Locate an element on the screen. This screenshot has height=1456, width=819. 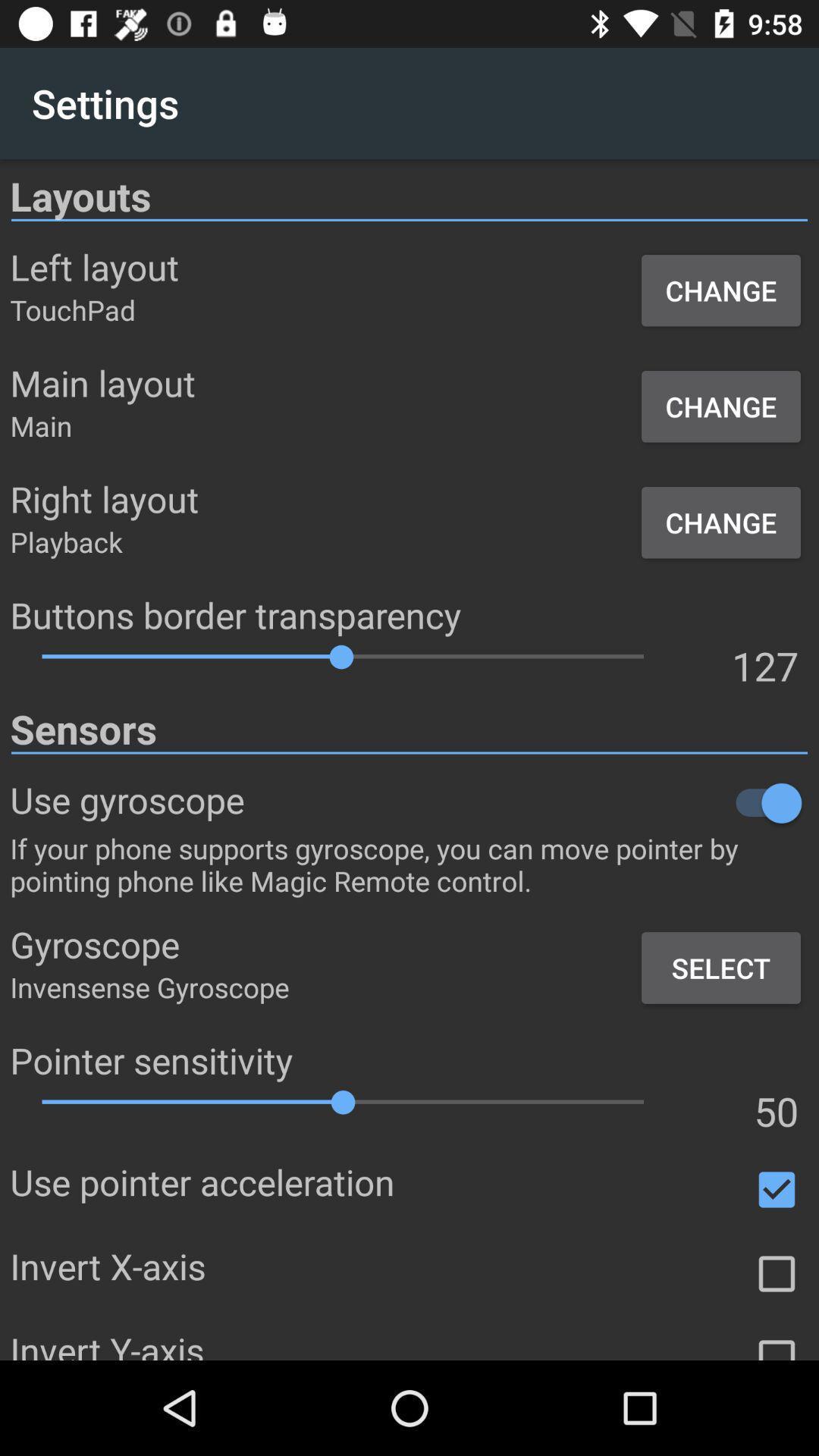
box to check for different options is located at coordinates (777, 1274).